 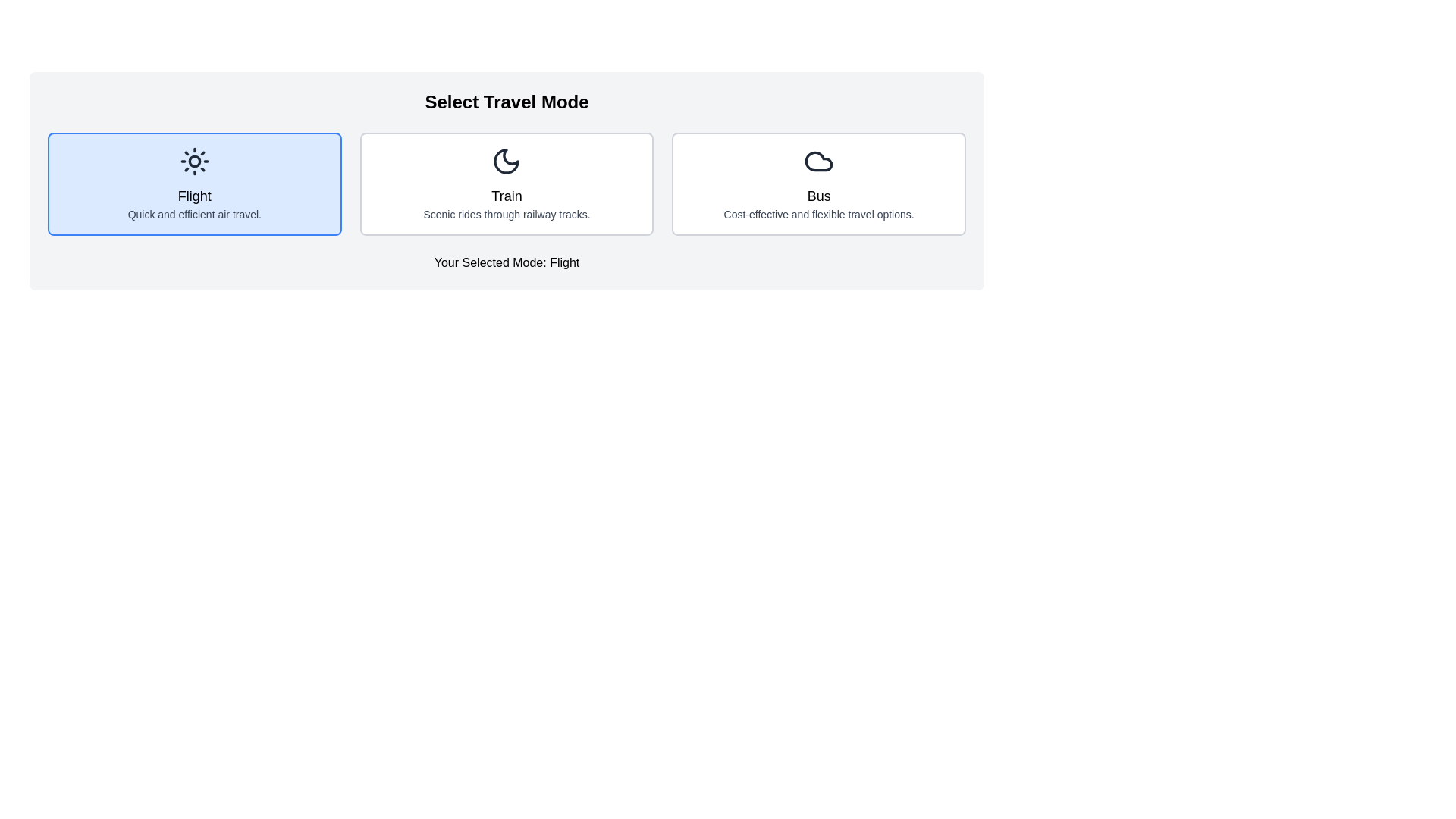 What do you see at coordinates (818, 161) in the screenshot?
I see `the 'Bus' mode icon within the travel mode selection interface as a visual cue` at bounding box center [818, 161].